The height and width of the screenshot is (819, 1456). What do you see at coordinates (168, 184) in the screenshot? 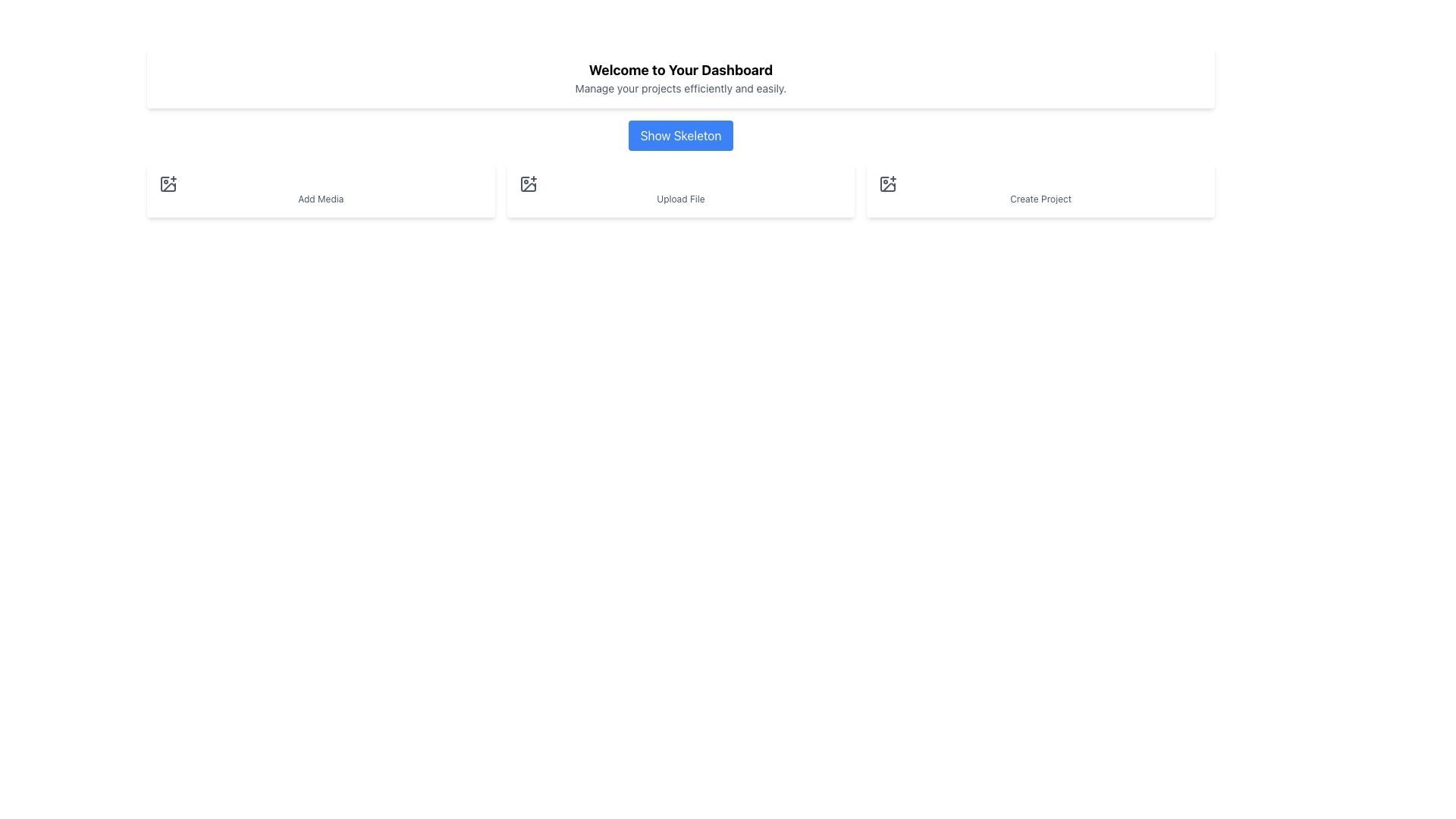
I see `the small gray icon with a plus sign in the 'Add Media' section` at bounding box center [168, 184].